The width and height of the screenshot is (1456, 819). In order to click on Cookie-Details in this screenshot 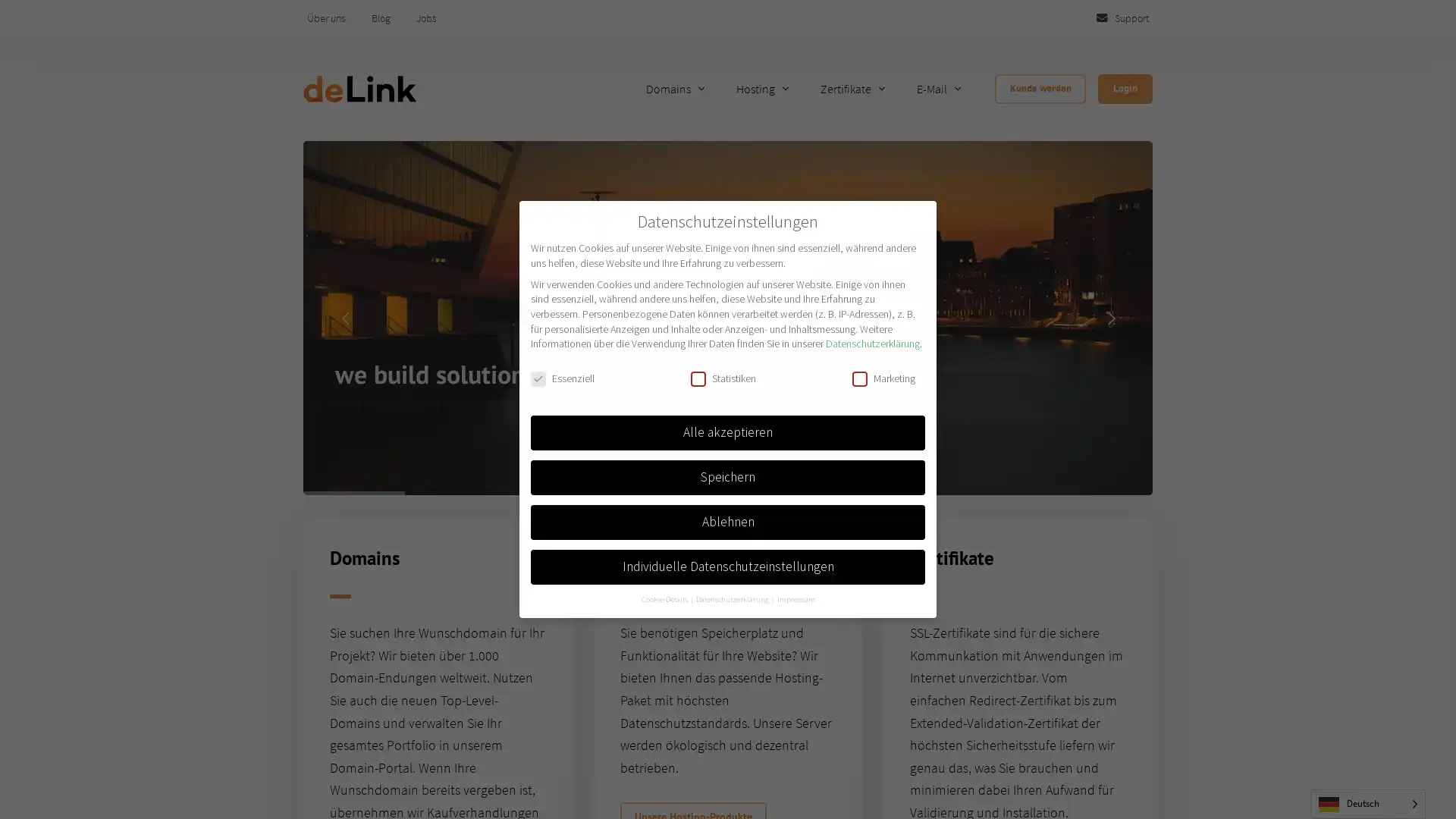, I will do `click(664, 598)`.